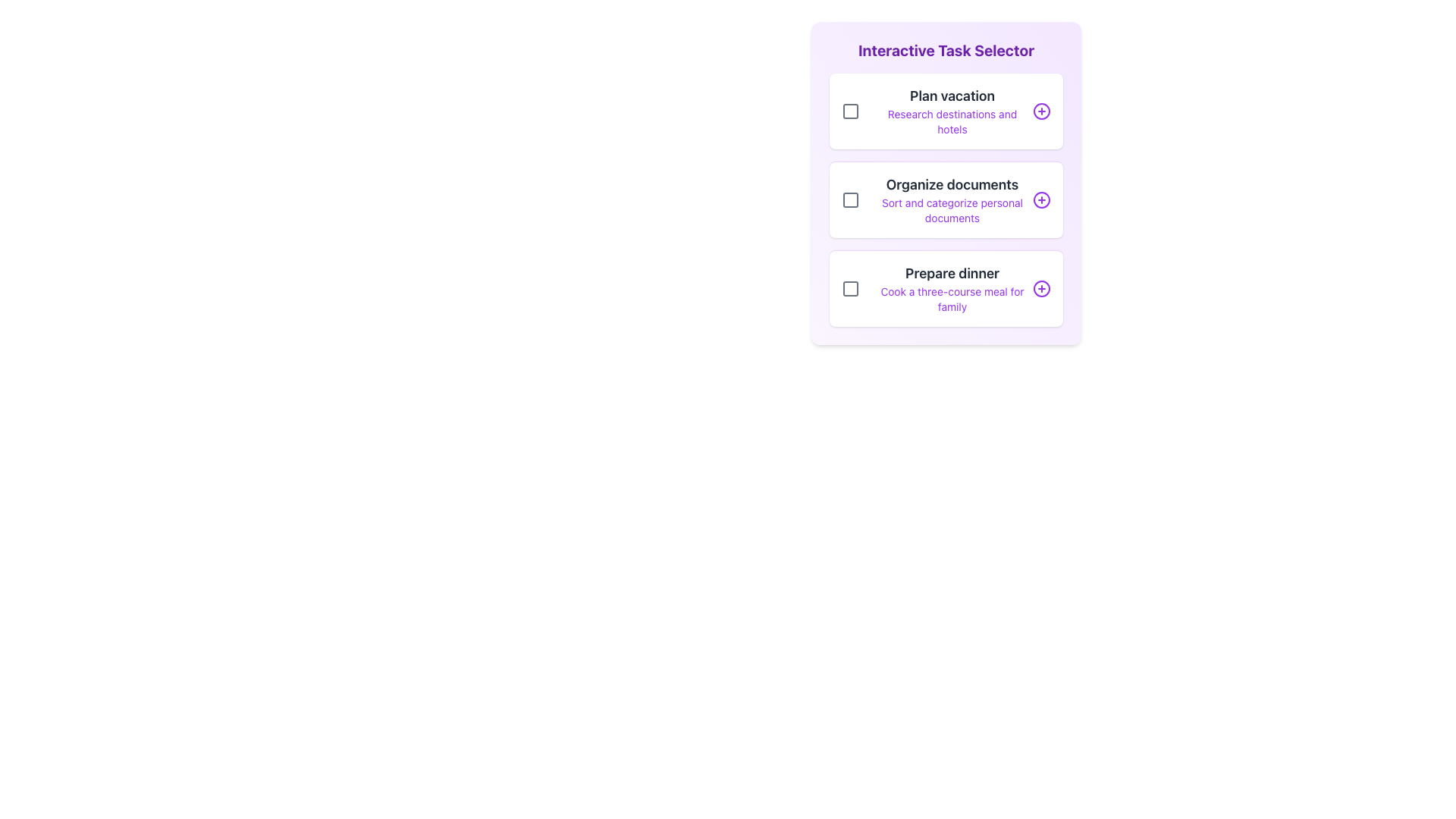  I want to click on the checkbox in the third task card titled 'Prepare dinner', so click(851, 289).